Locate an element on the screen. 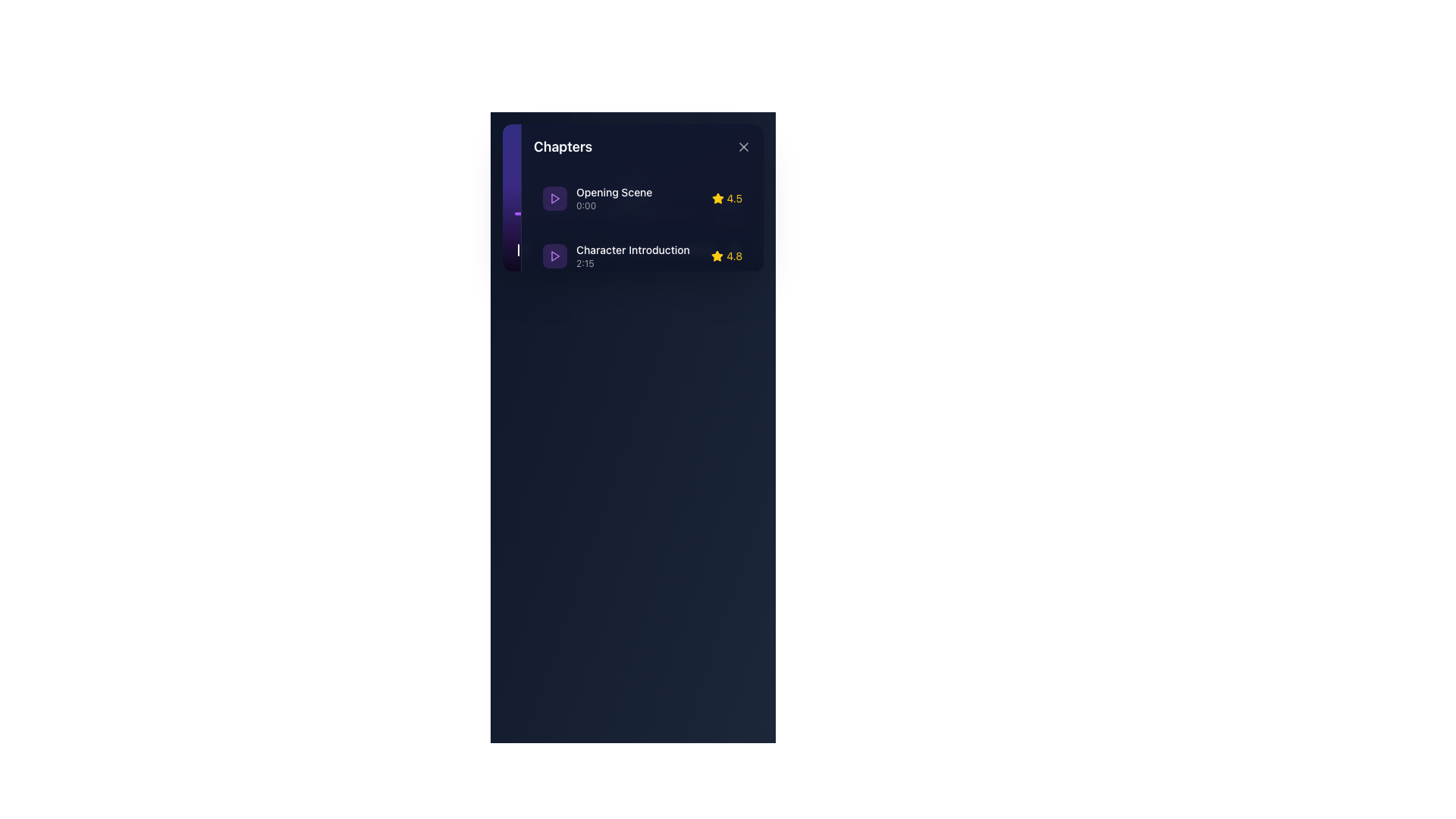 The image size is (1456, 819). the play button icon in the chapters section is located at coordinates (554, 256).